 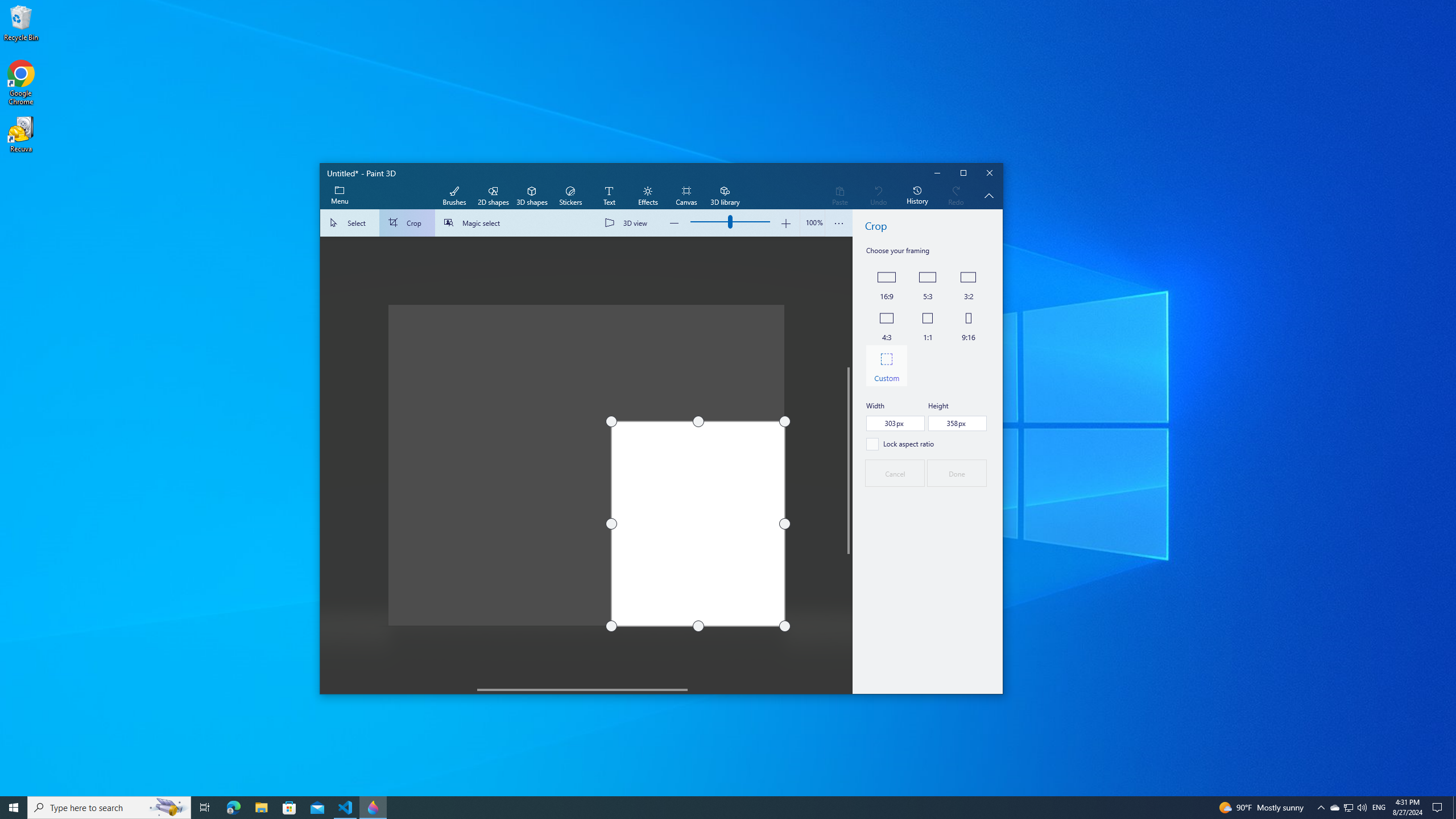 What do you see at coordinates (927, 283) in the screenshot?
I see `'5 by 3'` at bounding box center [927, 283].